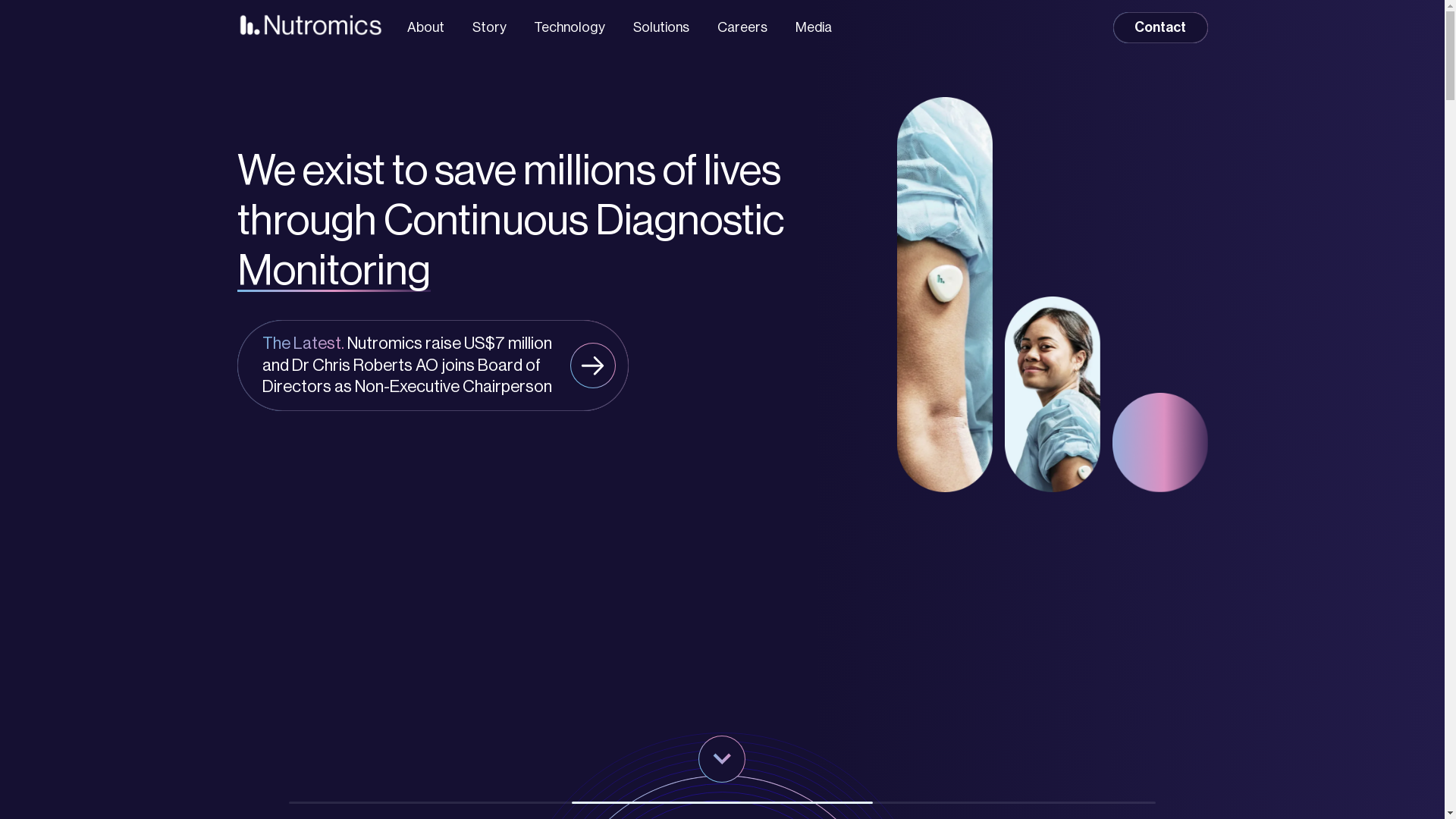 The height and width of the screenshot is (819, 1456). What do you see at coordinates (488, 27) in the screenshot?
I see `'Story'` at bounding box center [488, 27].